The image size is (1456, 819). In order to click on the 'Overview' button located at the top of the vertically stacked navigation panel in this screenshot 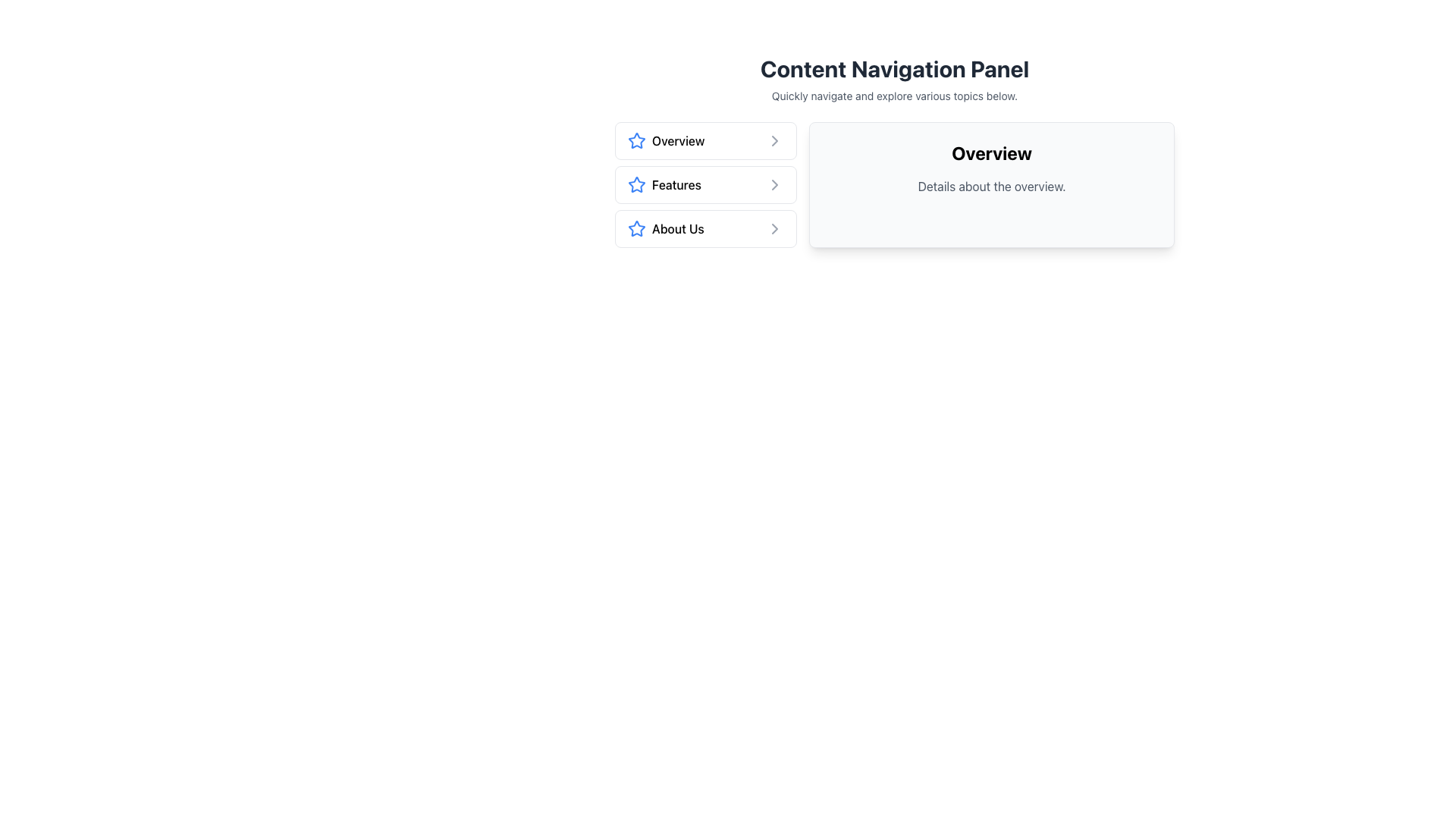, I will do `click(705, 140)`.